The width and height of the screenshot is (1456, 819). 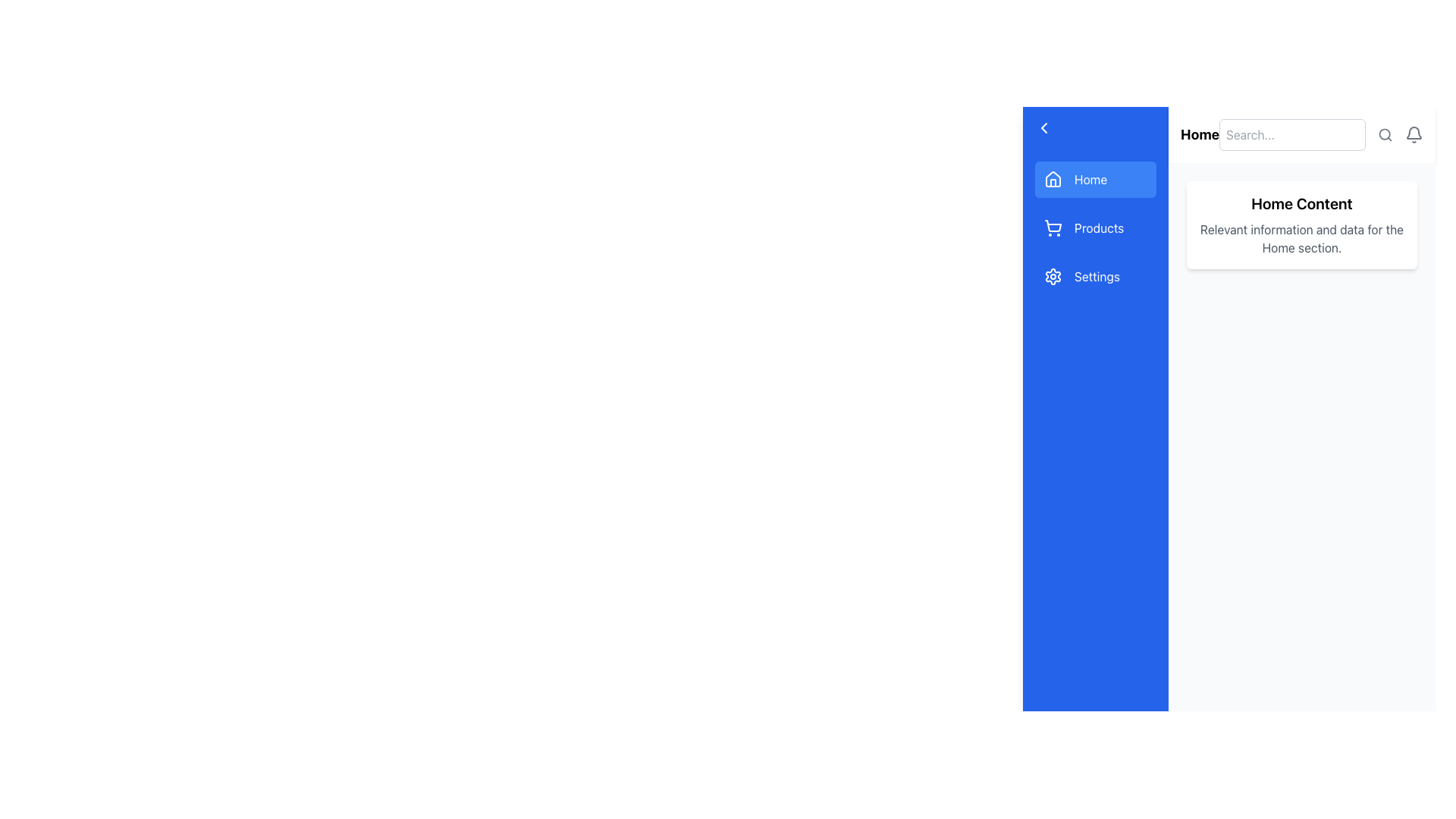 I want to click on the third menu item in the navigation menu located in the left sidebar, so click(x=1095, y=277).